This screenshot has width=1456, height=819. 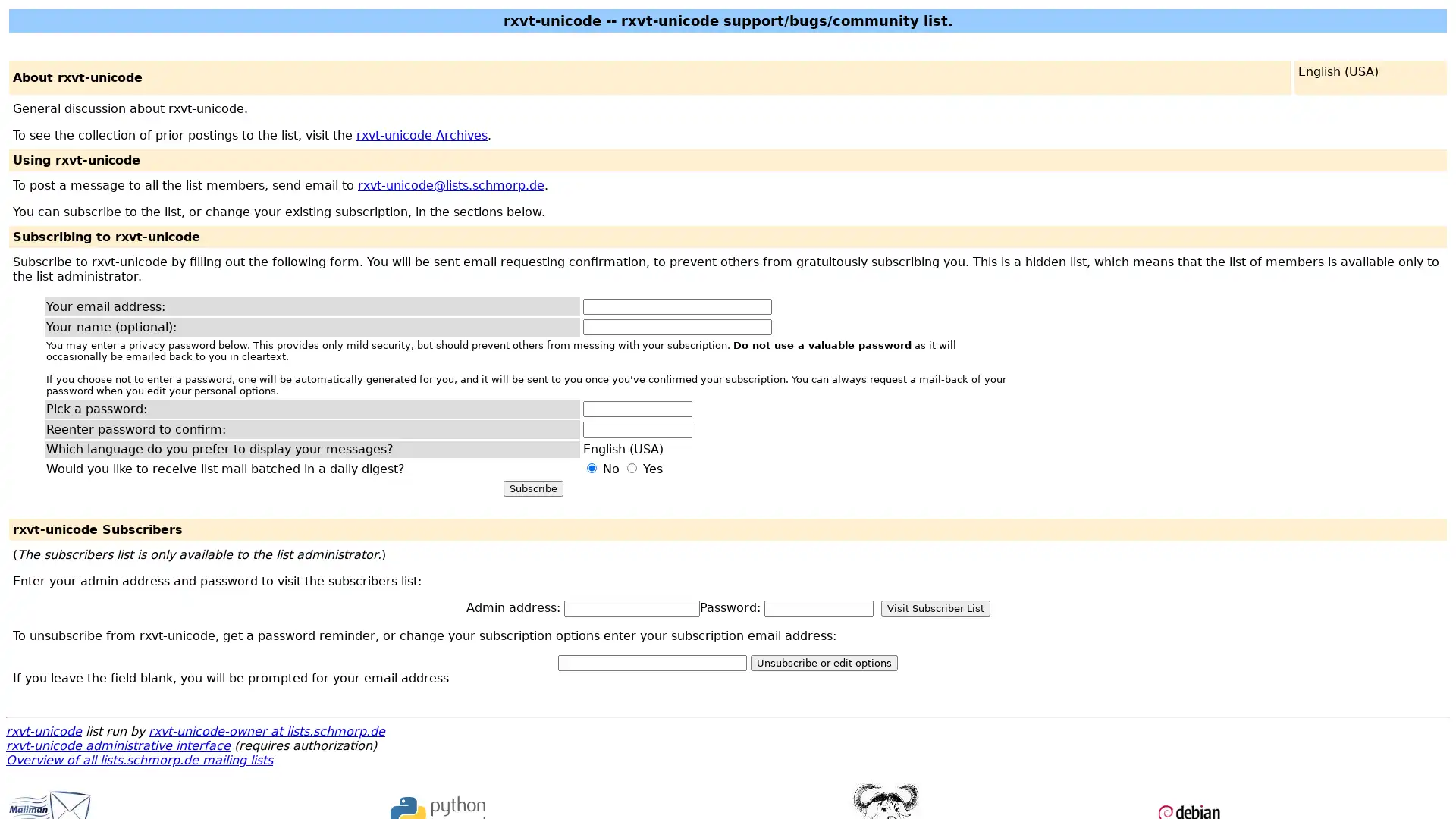 What do you see at coordinates (823, 662) in the screenshot?
I see `Unsubscribe or edit options` at bounding box center [823, 662].